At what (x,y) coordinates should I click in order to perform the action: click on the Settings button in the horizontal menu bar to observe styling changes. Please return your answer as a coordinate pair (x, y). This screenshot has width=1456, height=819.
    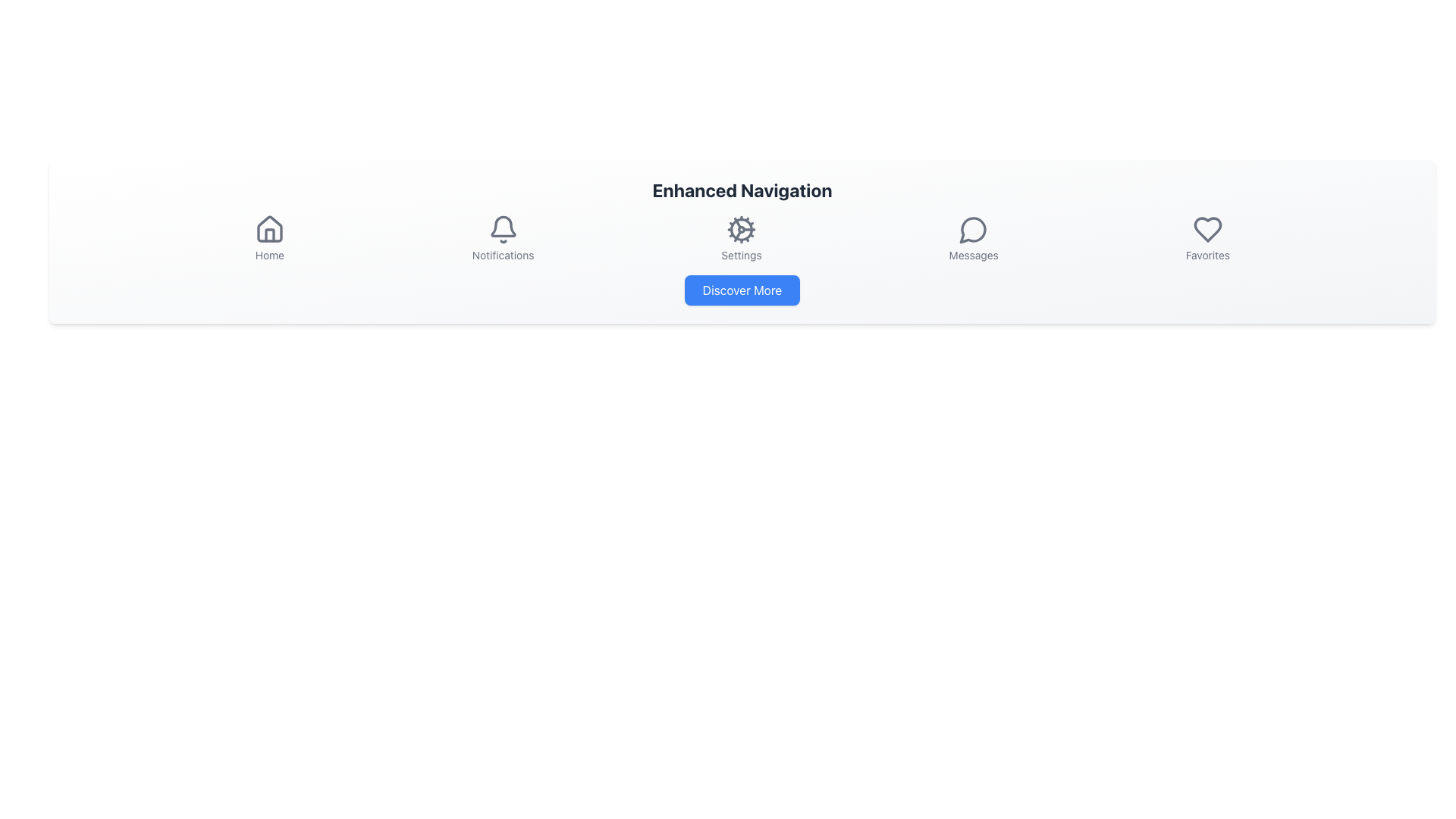
    Looking at the image, I should click on (742, 239).